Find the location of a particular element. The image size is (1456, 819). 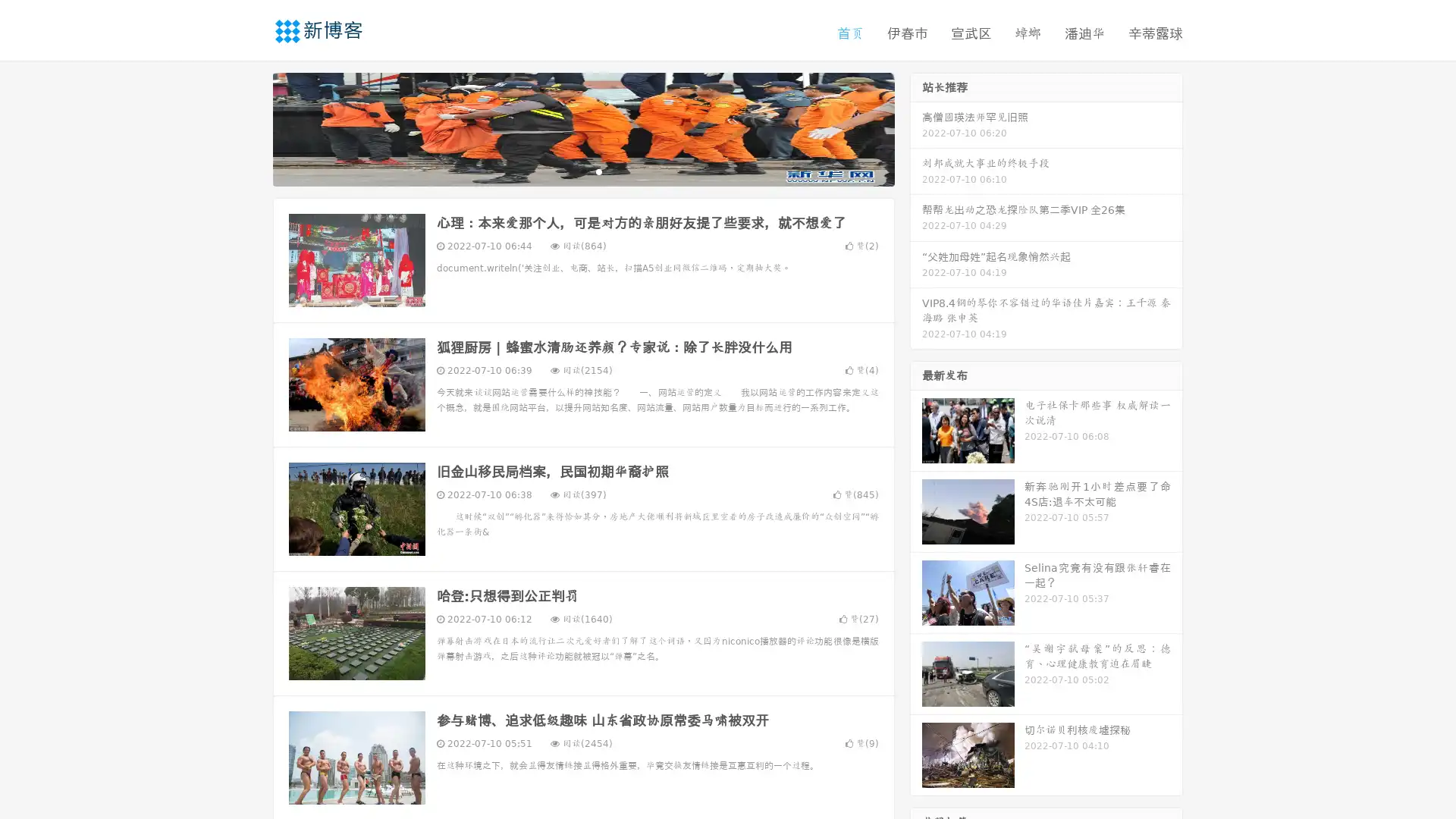

Go to slide 1 is located at coordinates (567, 171).